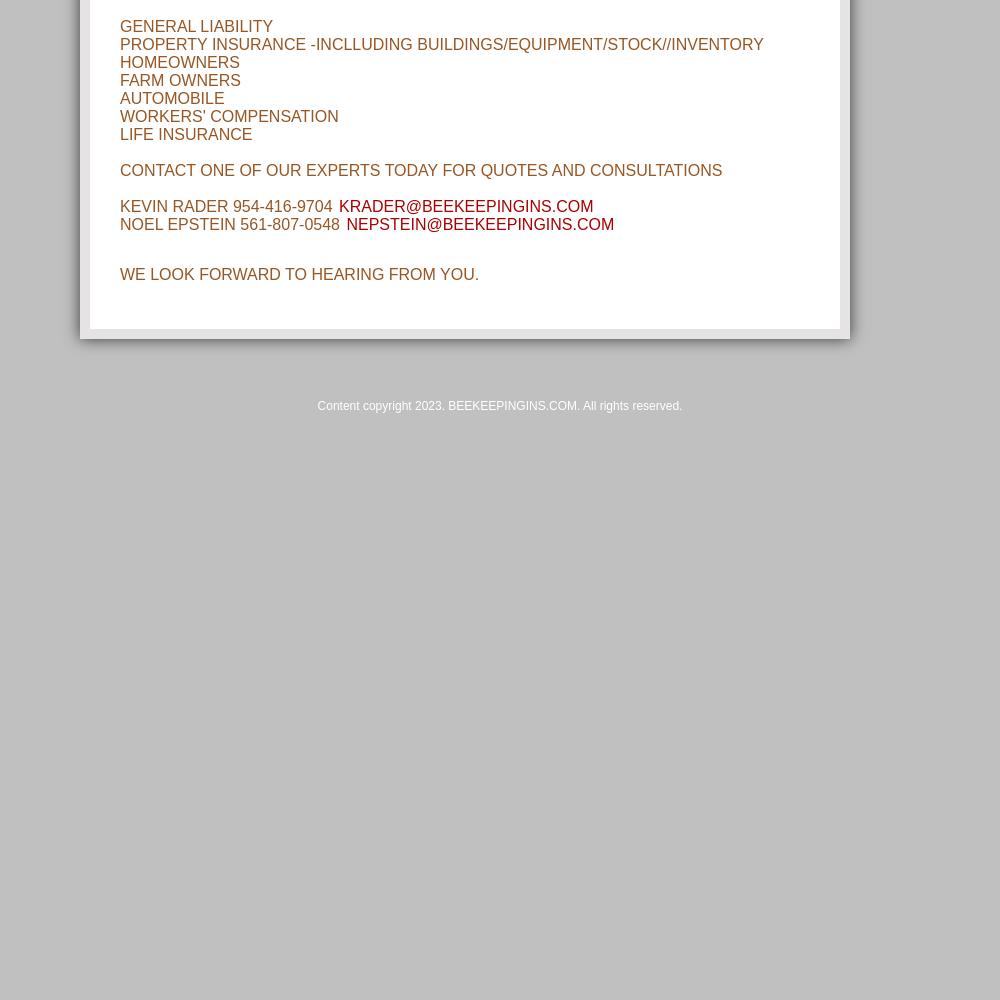  What do you see at coordinates (180, 79) in the screenshot?
I see `'FARM OWNERS'` at bounding box center [180, 79].